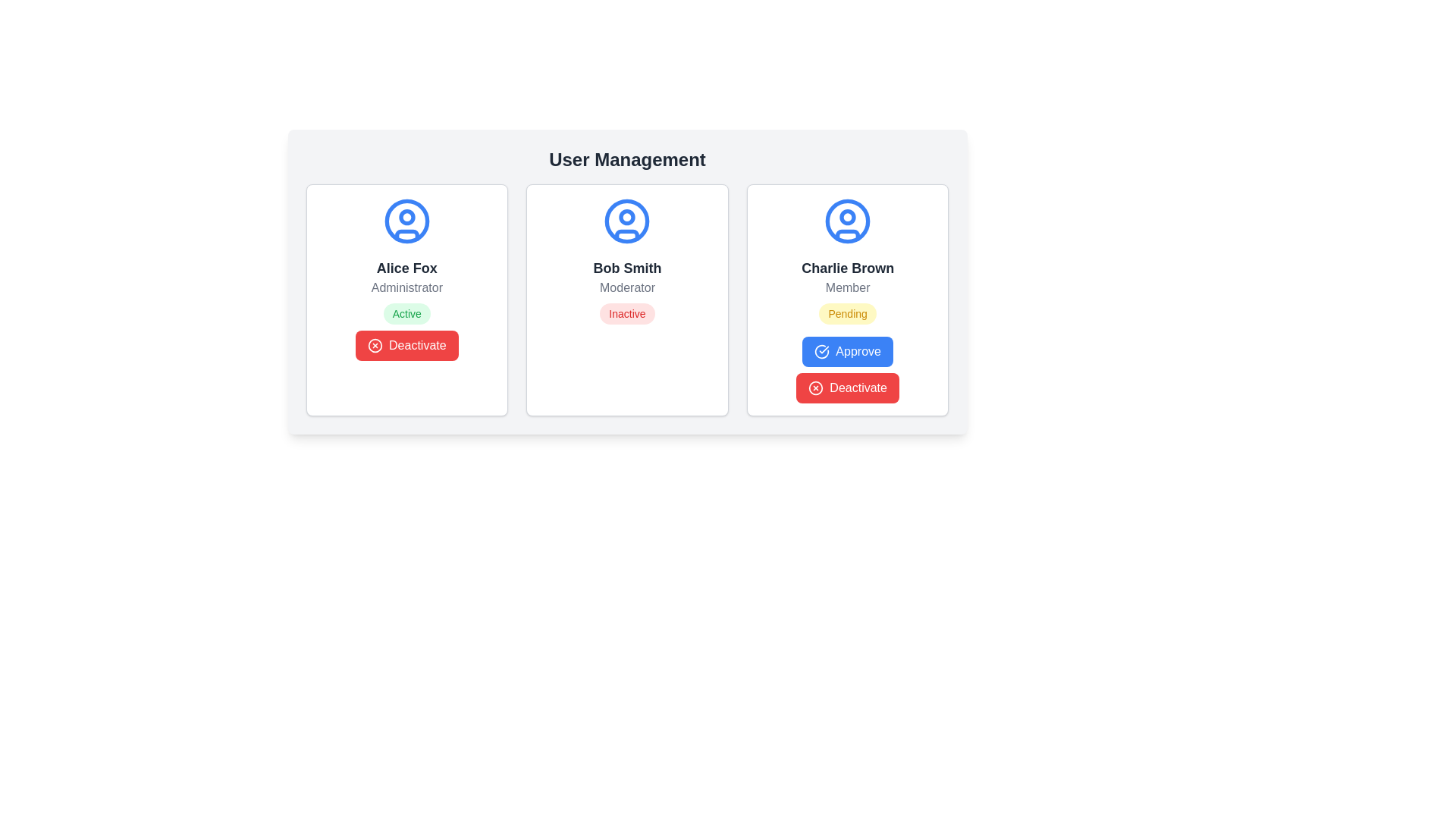 This screenshot has height=819, width=1456. What do you see at coordinates (406, 221) in the screenshot?
I see `the user profile icon representing 'Alice Fox' located at the top of its card in the three-column layout` at bounding box center [406, 221].